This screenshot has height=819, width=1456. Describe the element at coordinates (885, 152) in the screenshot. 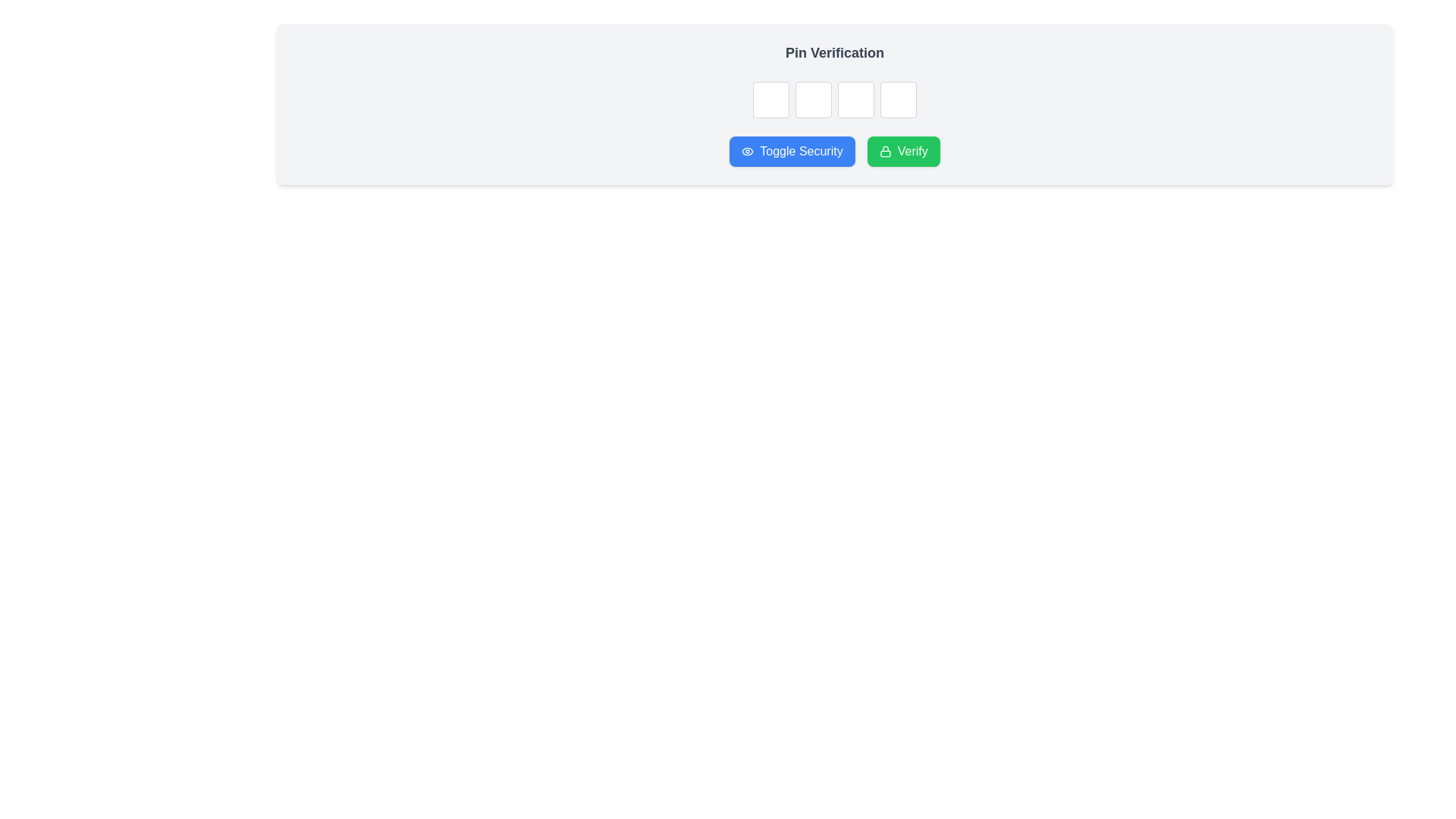

I see `the secure action icon located to the left of the 'Verify' text label in the 'Verify' button` at that location.